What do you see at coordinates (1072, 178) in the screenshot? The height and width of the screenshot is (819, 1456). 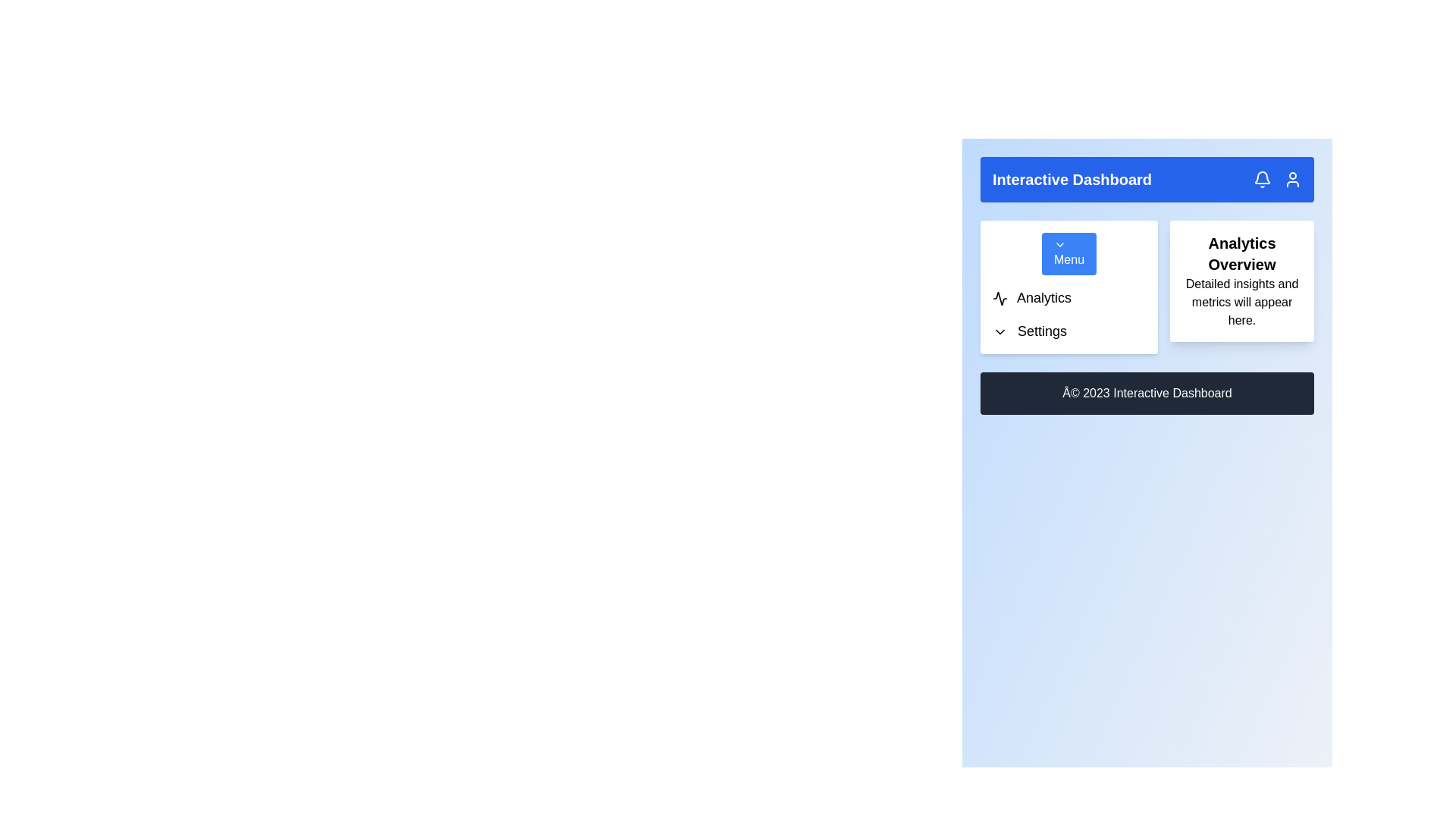 I see `the static text label located in the blue navigation bar, indicating the name of the page or application` at bounding box center [1072, 178].